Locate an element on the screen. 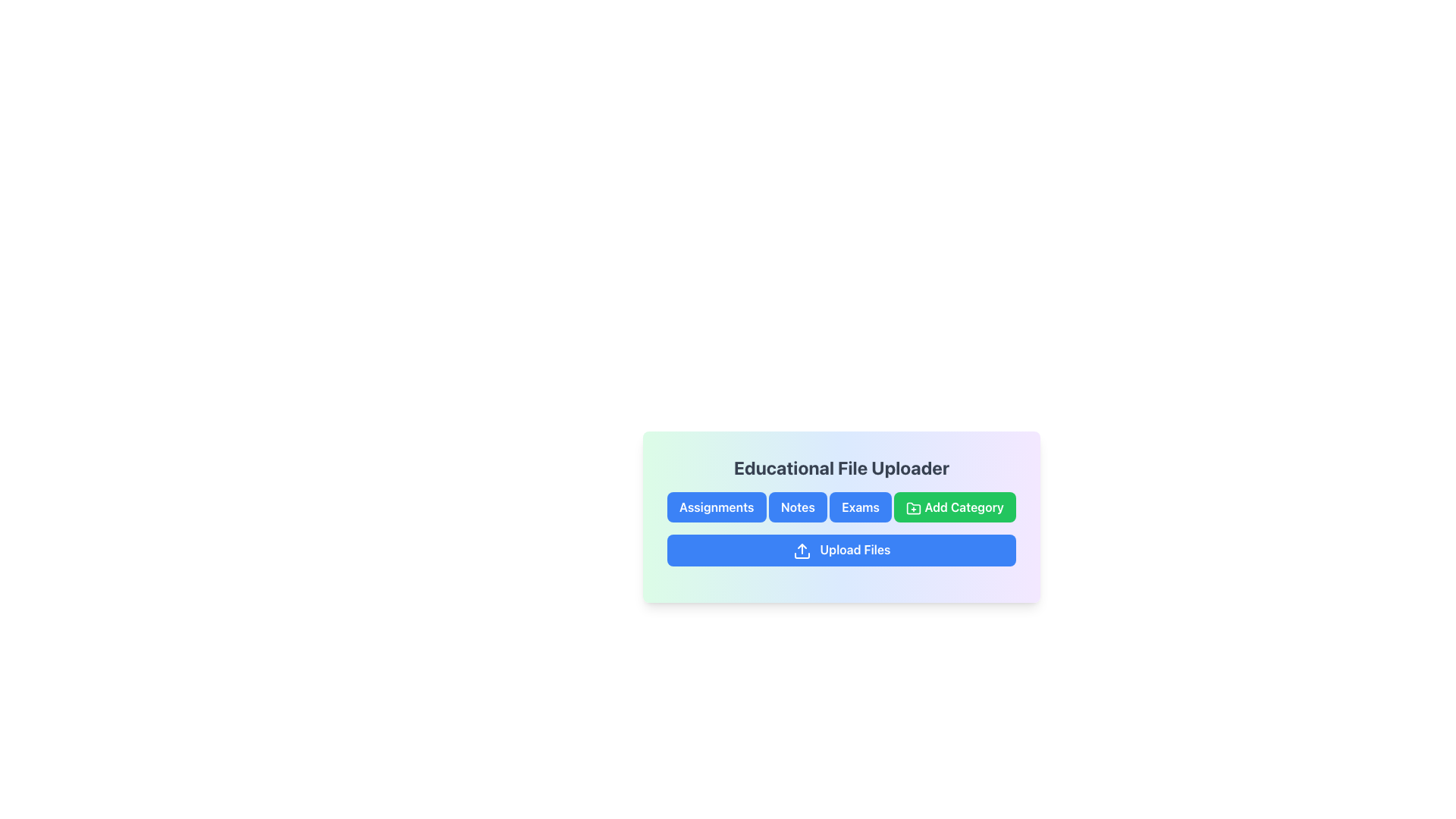  the new folder icon located to the right of the 'Assignments,' 'Notes,' and 'Exams' buttons, and adjacent to the 'Add Category' green button in the interface header is located at coordinates (913, 508).